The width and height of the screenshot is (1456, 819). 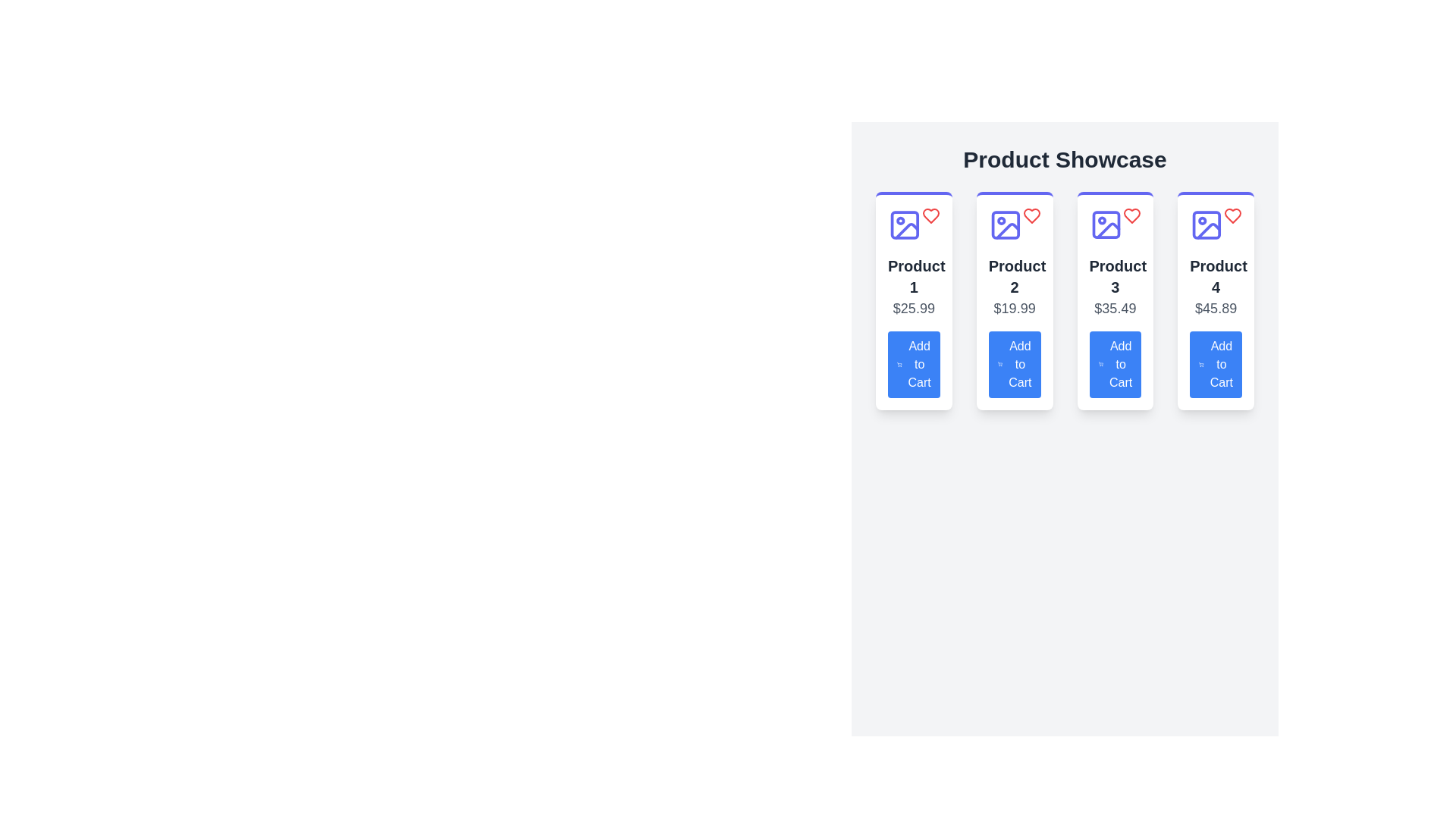 What do you see at coordinates (1106, 225) in the screenshot?
I see `the product image placeholder icon for 'Product 3', located centrally at the top of the card layout, adjacent to the heart icon` at bounding box center [1106, 225].